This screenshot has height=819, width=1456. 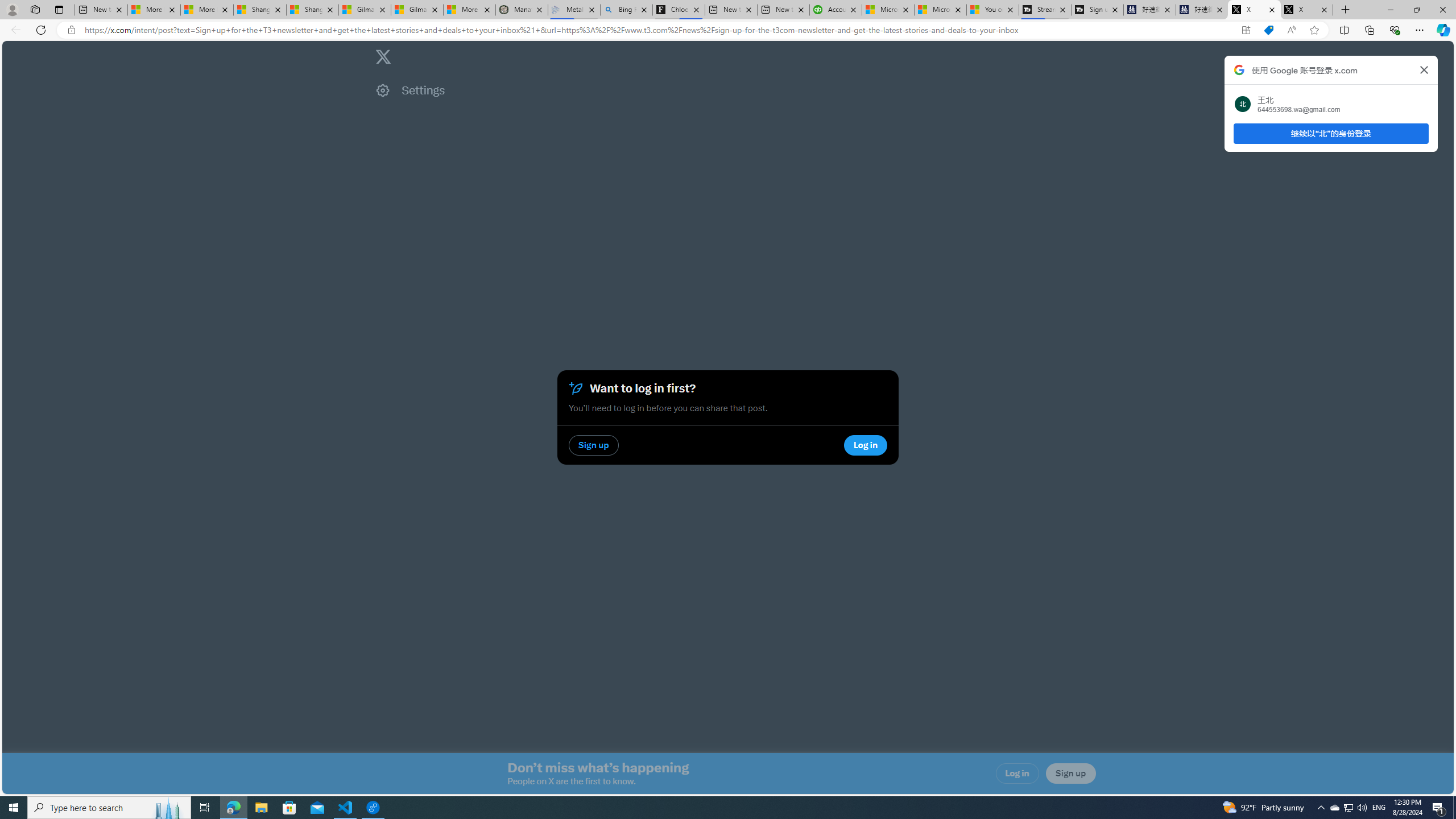 What do you see at coordinates (522, 9) in the screenshot?
I see `'Manatee Mortality Statistics | FWC'` at bounding box center [522, 9].